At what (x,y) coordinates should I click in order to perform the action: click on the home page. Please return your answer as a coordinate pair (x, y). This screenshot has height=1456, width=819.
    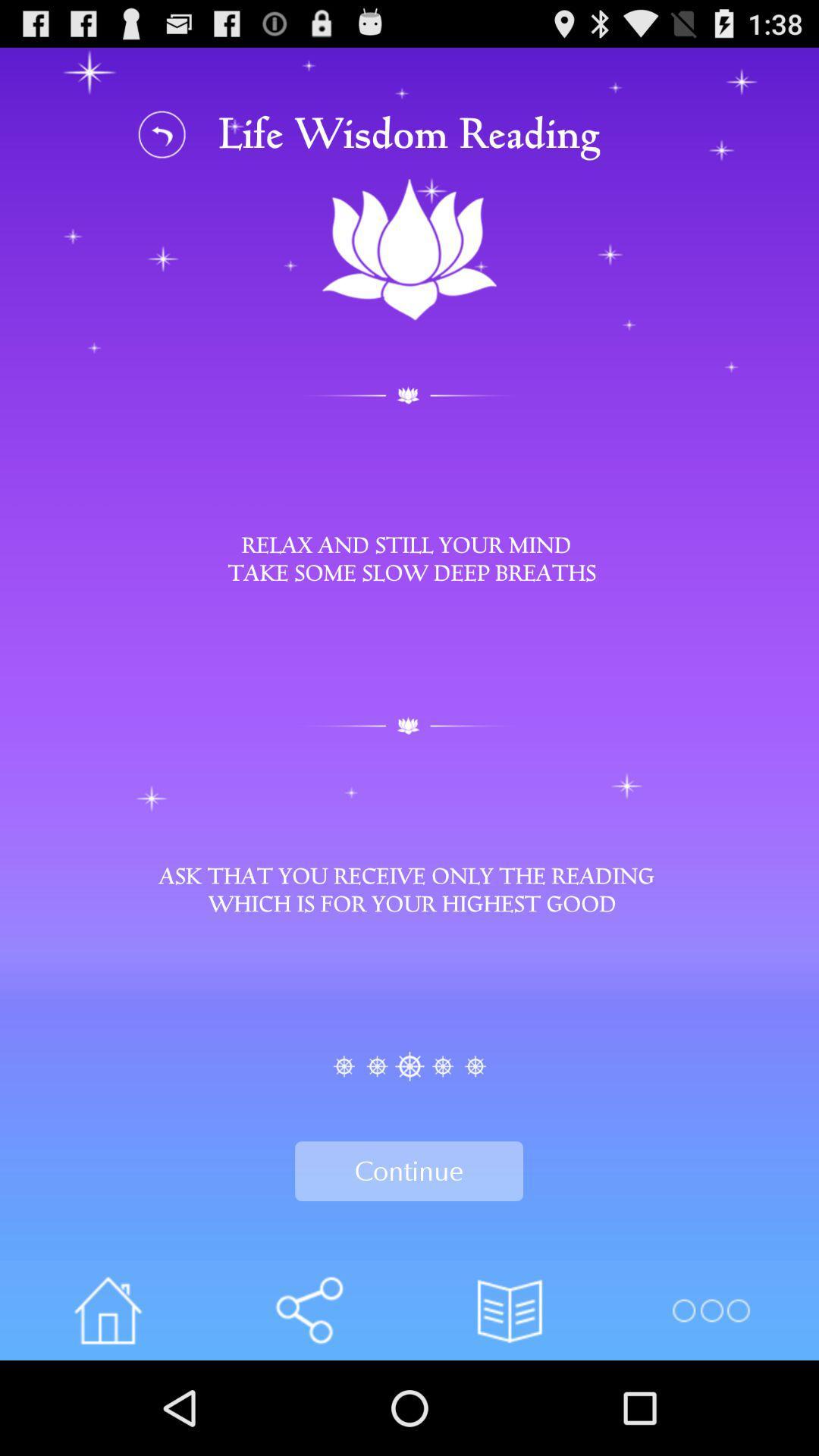
    Looking at the image, I should click on (107, 1310).